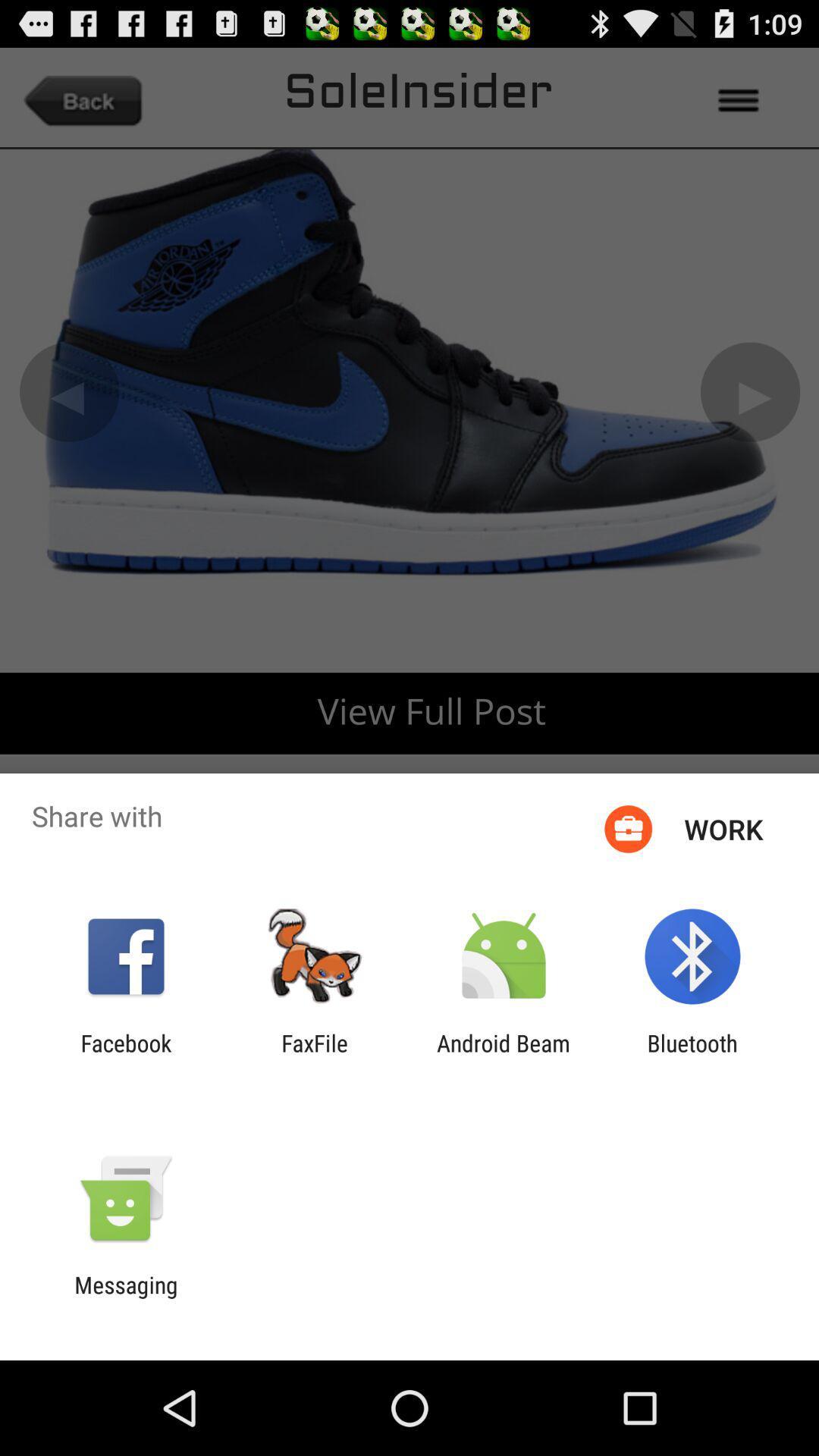 The image size is (819, 1456). What do you see at coordinates (504, 1056) in the screenshot?
I see `the android beam` at bounding box center [504, 1056].